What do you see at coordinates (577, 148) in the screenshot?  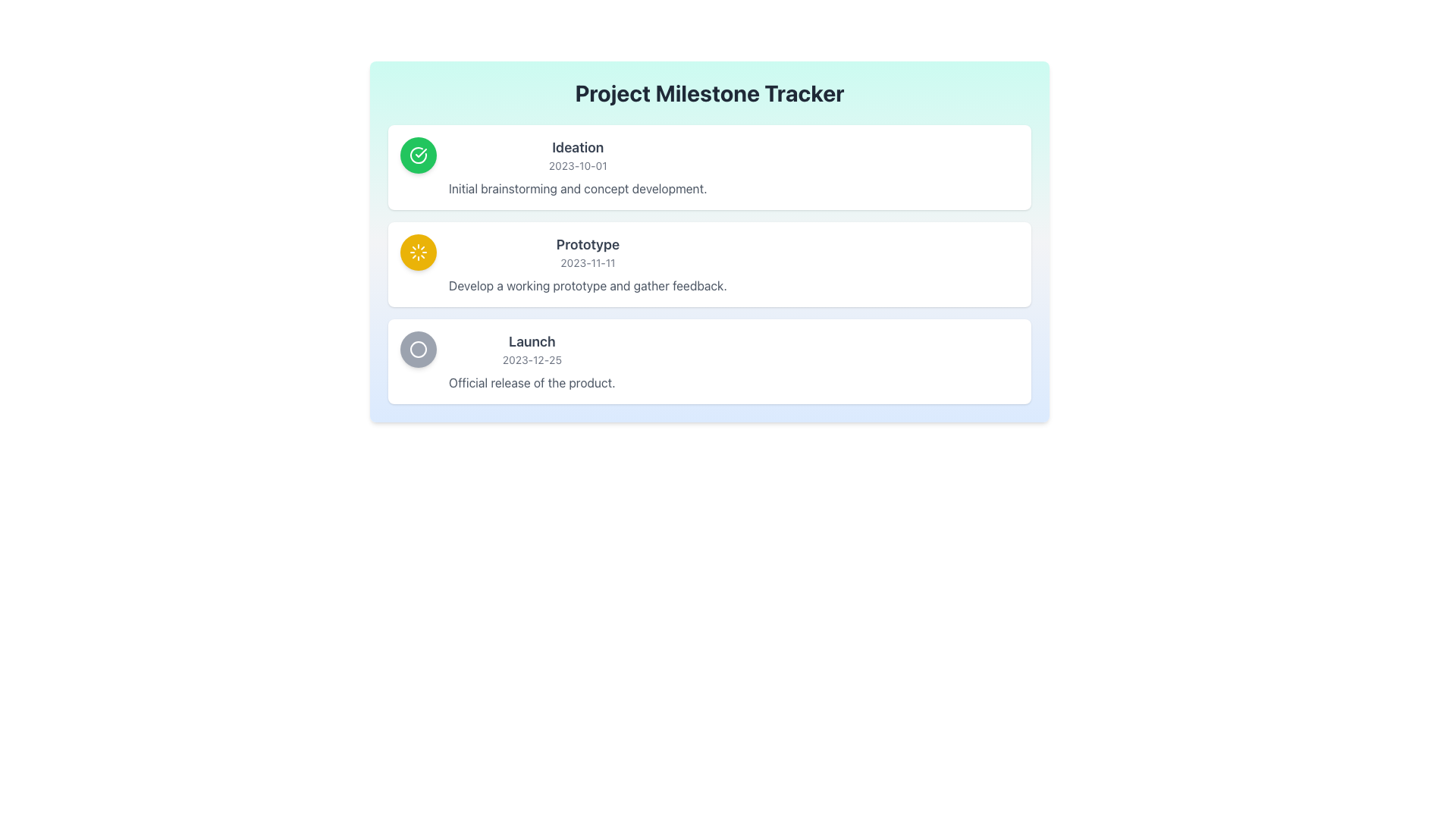 I see `the 'Ideation' milestone card title in the 'Project Milestone Tracker' list, which is positioned above the dates and descriptions of the project` at bounding box center [577, 148].